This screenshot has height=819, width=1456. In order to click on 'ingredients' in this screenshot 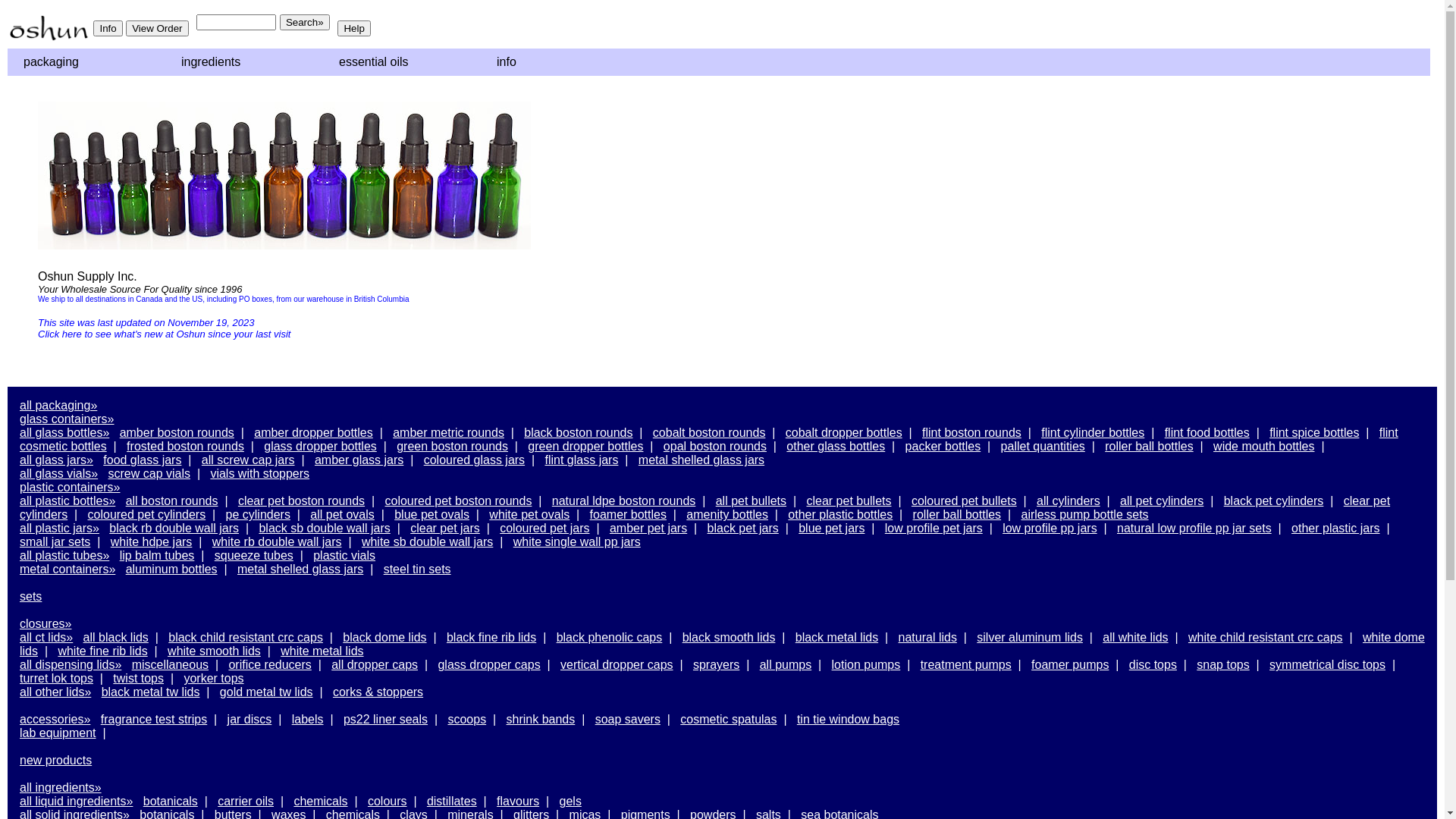, I will do `click(168, 61)`.